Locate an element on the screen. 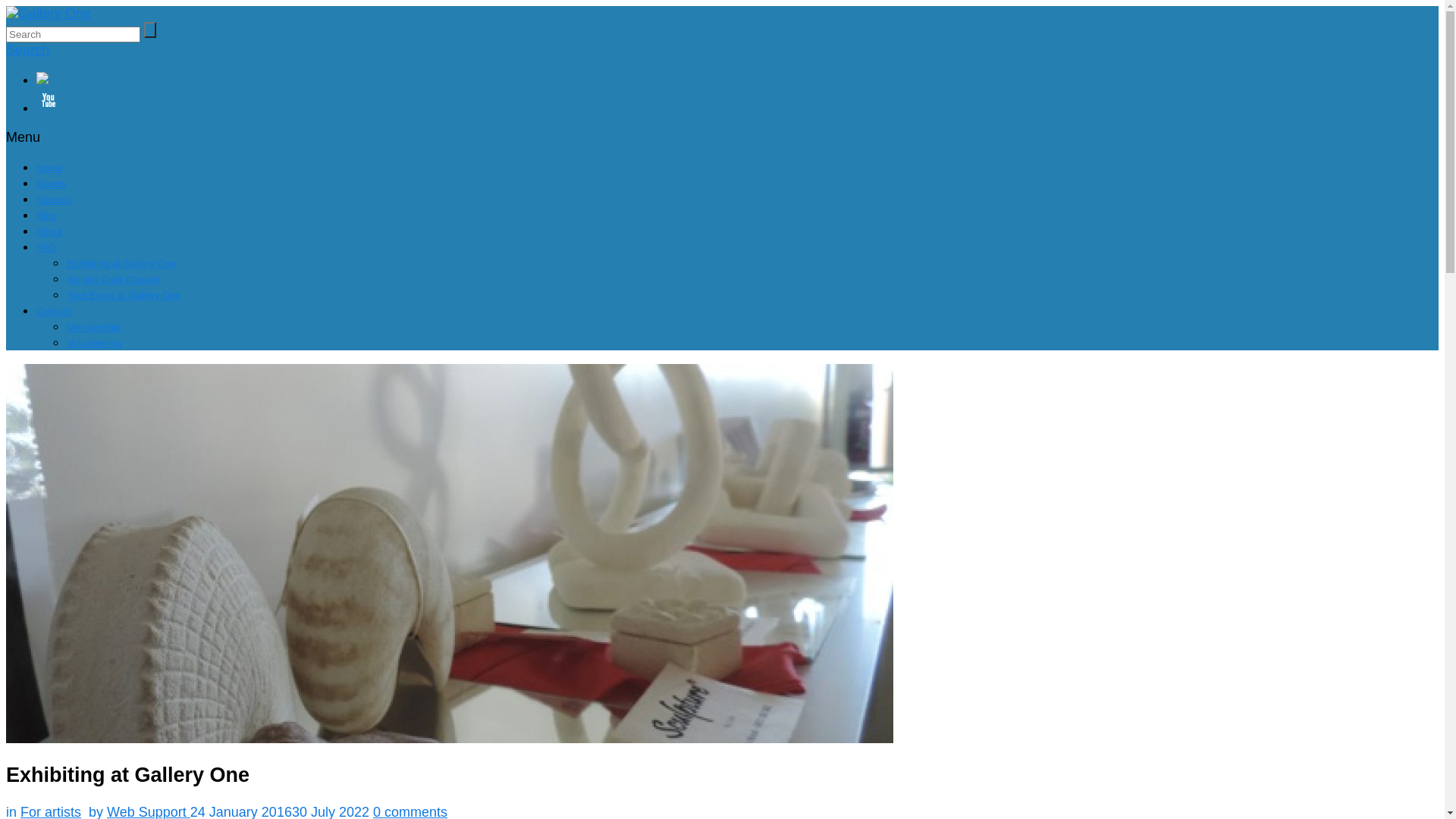 Image resolution: width=1456 pixels, height=819 pixels. 'Gallery One on YouTube' is located at coordinates (737, 102).